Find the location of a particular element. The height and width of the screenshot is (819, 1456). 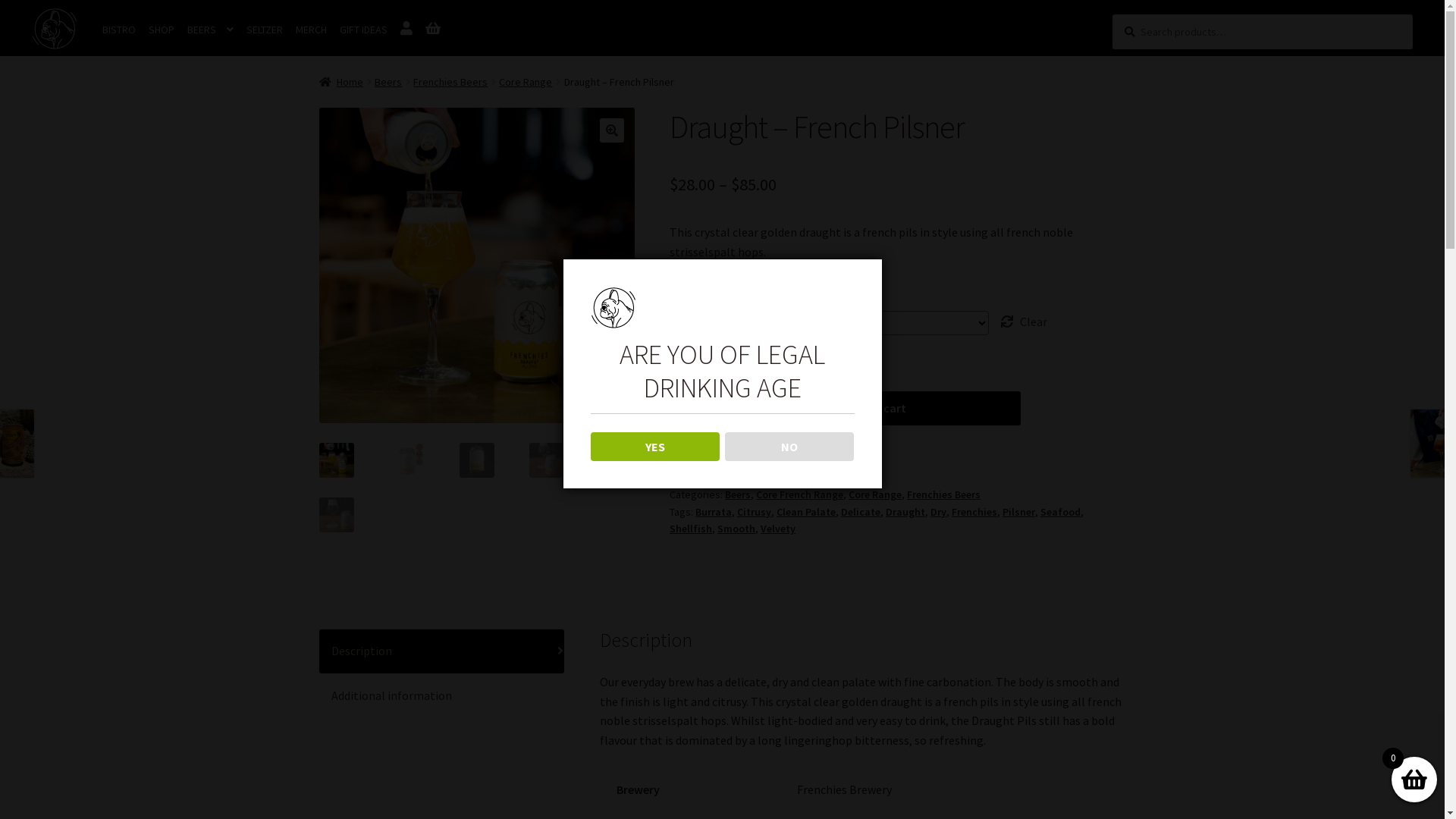

'Velvety' is located at coordinates (778, 528).